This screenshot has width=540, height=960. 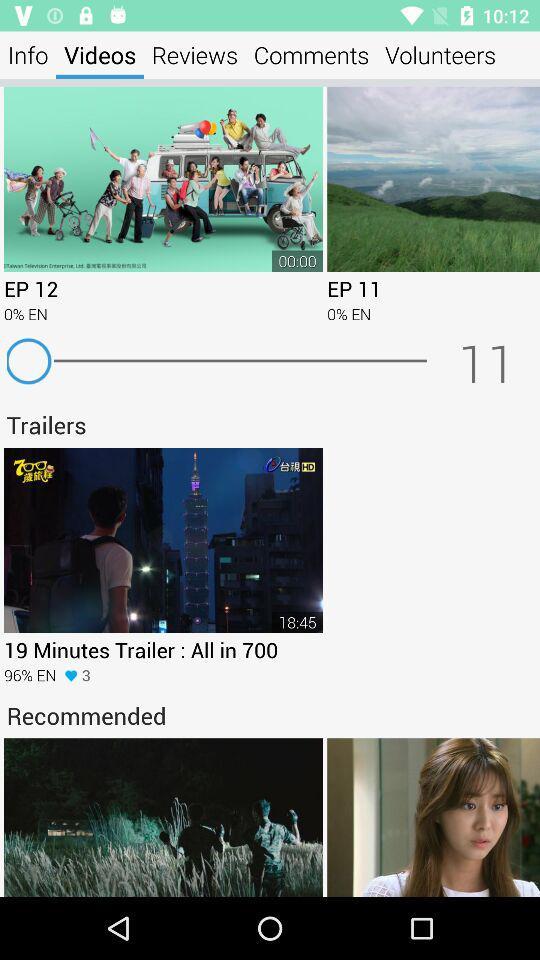 I want to click on the info, so click(x=27, y=54).